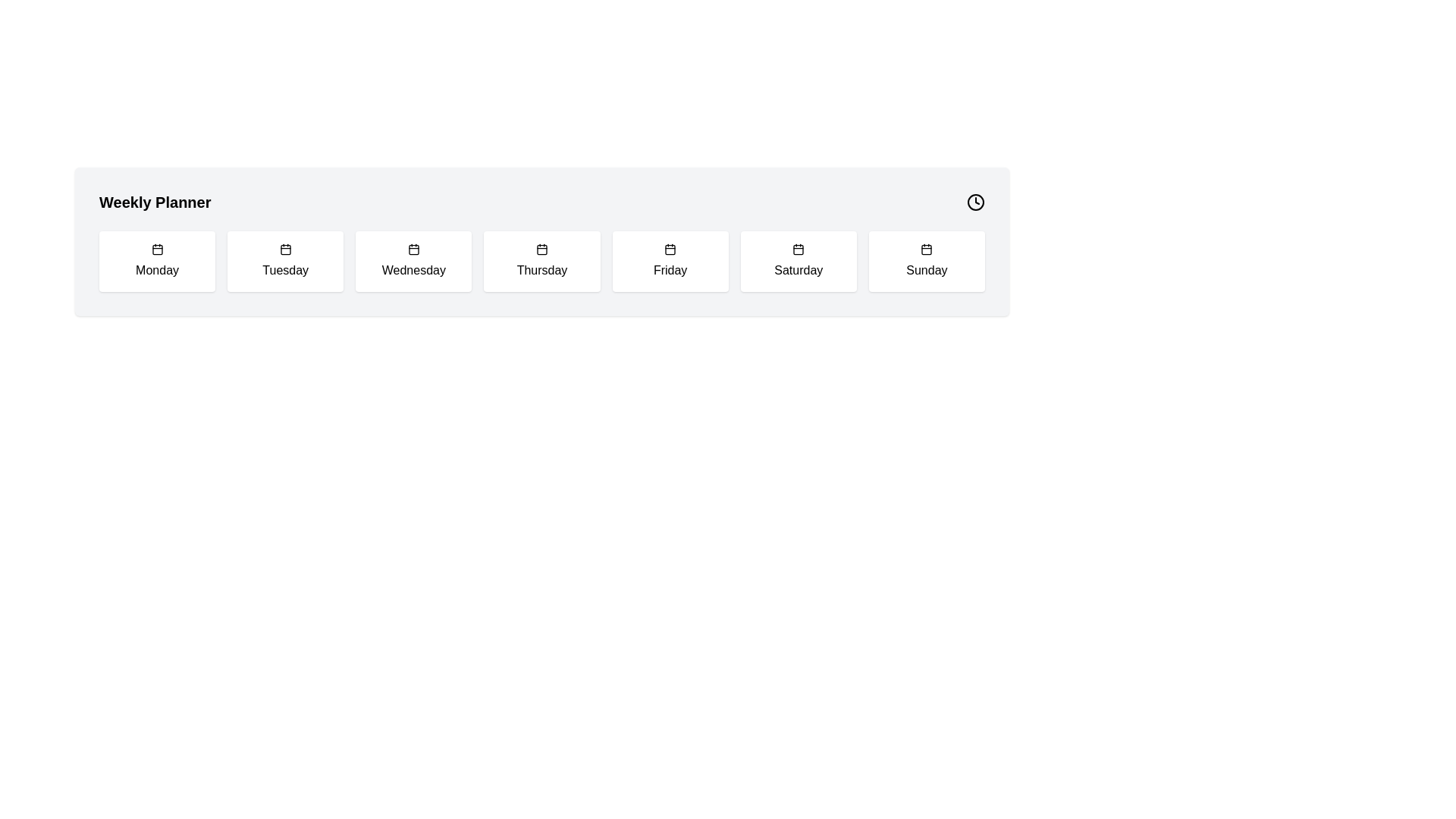 Image resolution: width=1456 pixels, height=819 pixels. Describe the element at coordinates (285, 248) in the screenshot. I see `the Calendar icon representing 'Tuesday'` at that location.